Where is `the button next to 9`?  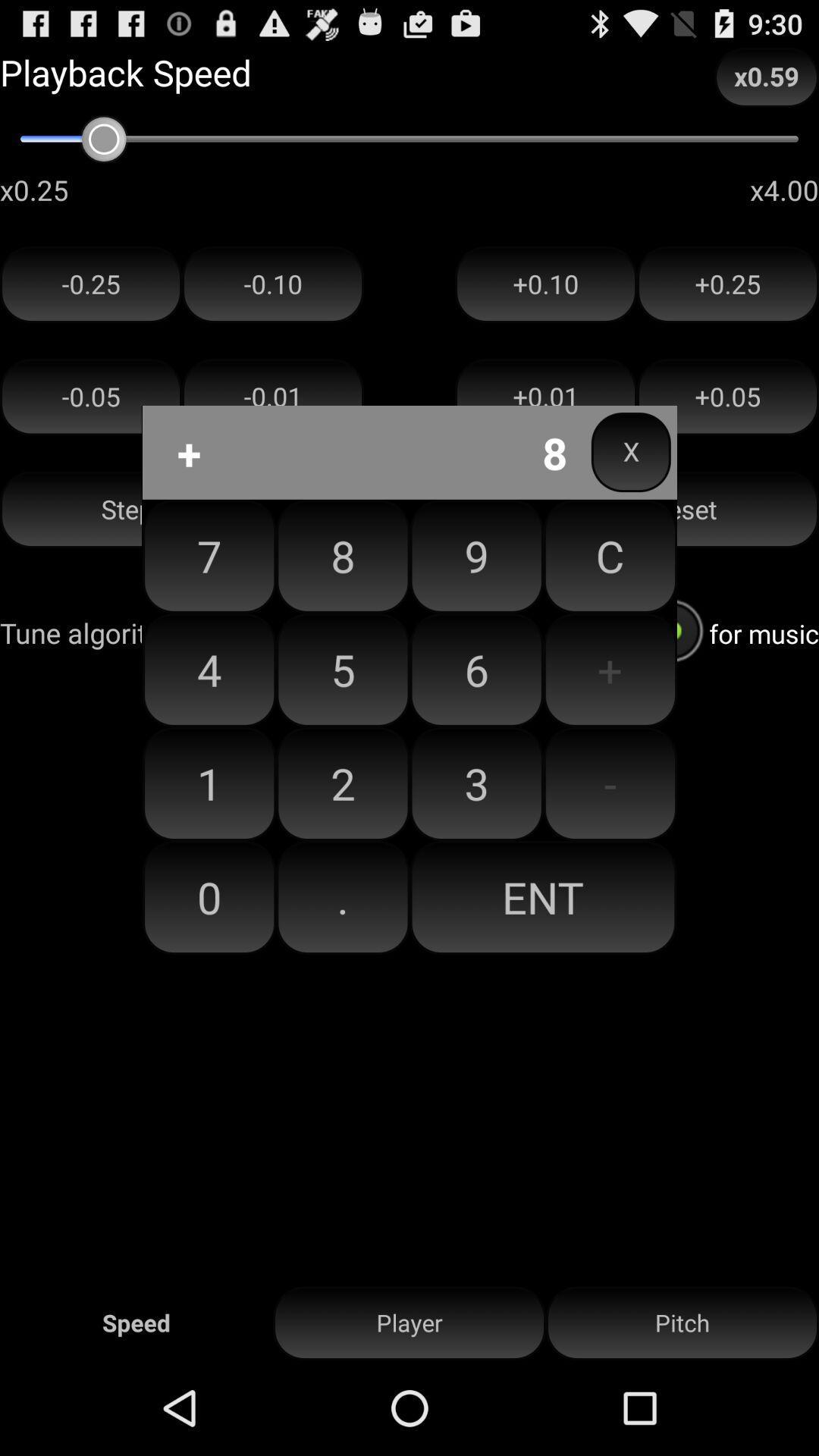 the button next to 9 is located at coordinates (342, 669).